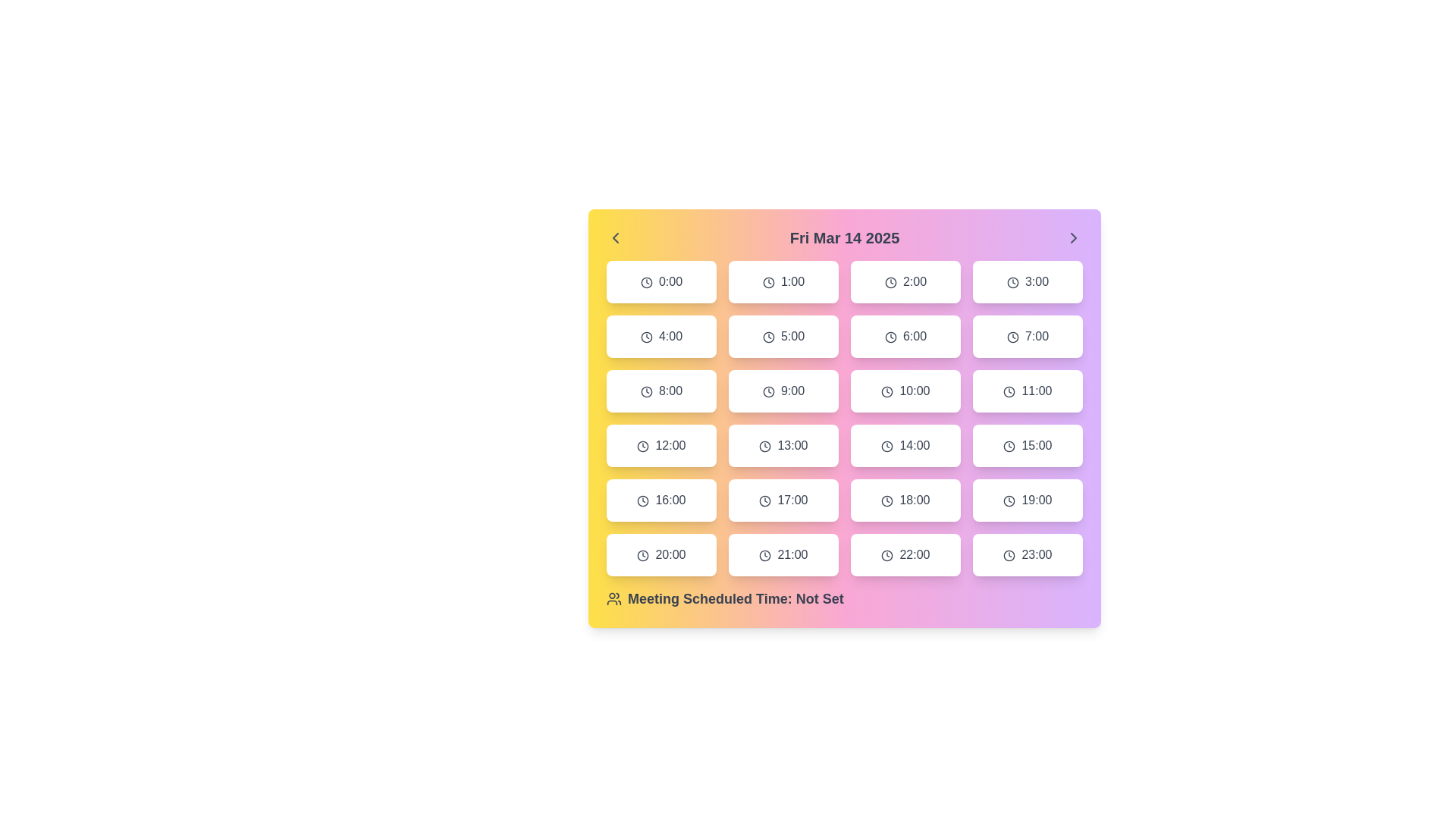  What do you see at coordinates (765, 555) in the screenshot?
I see `the circular base of the clock icon located next to the '21:00' time entry` at bounding box center [765, 555].